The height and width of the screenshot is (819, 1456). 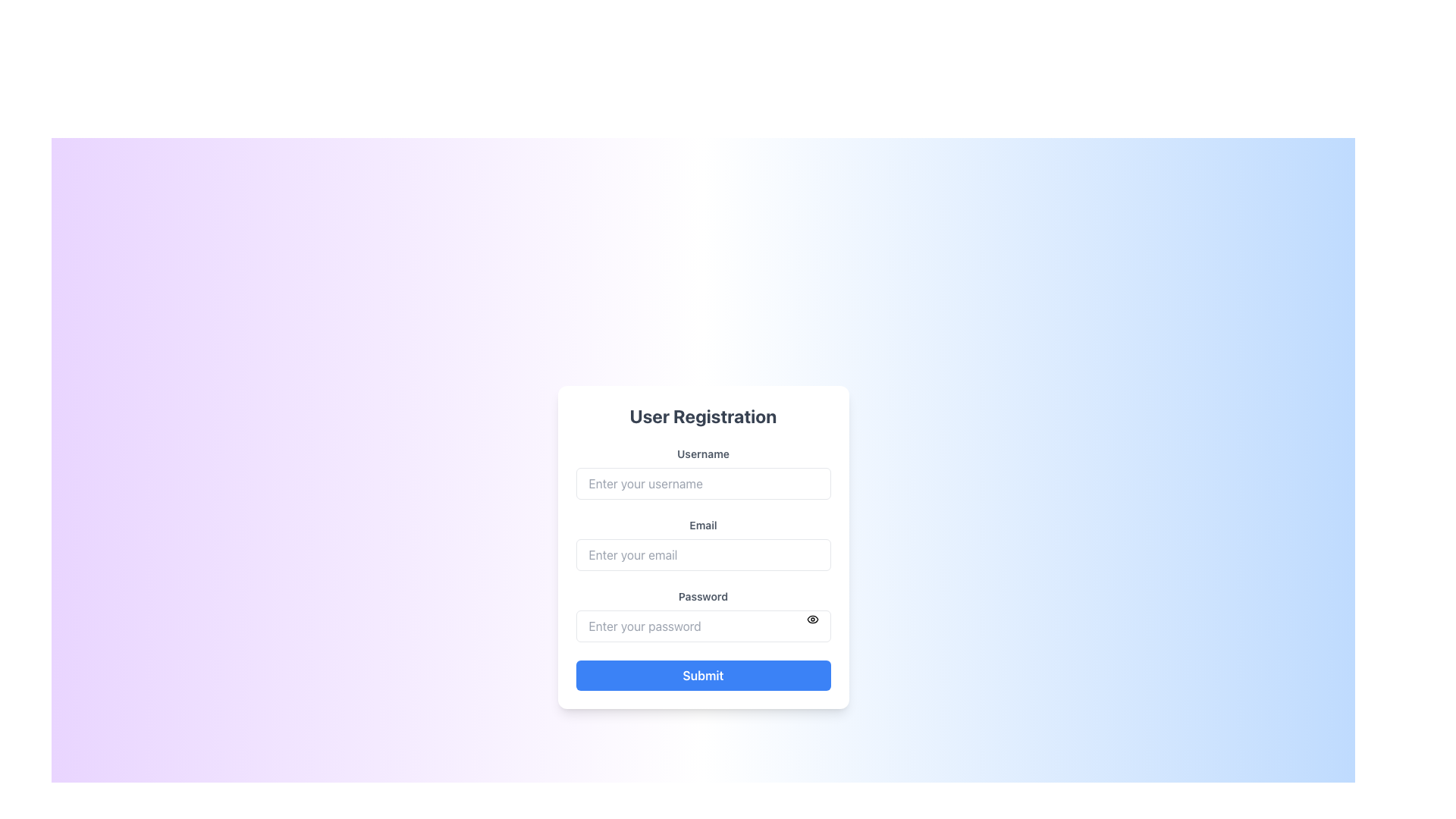 What do you see at coordinates (702, 472) in the screenshot?
I see `inside the first input field of the 'User Registration' form to focus on it` at bounding box center [702, 472].